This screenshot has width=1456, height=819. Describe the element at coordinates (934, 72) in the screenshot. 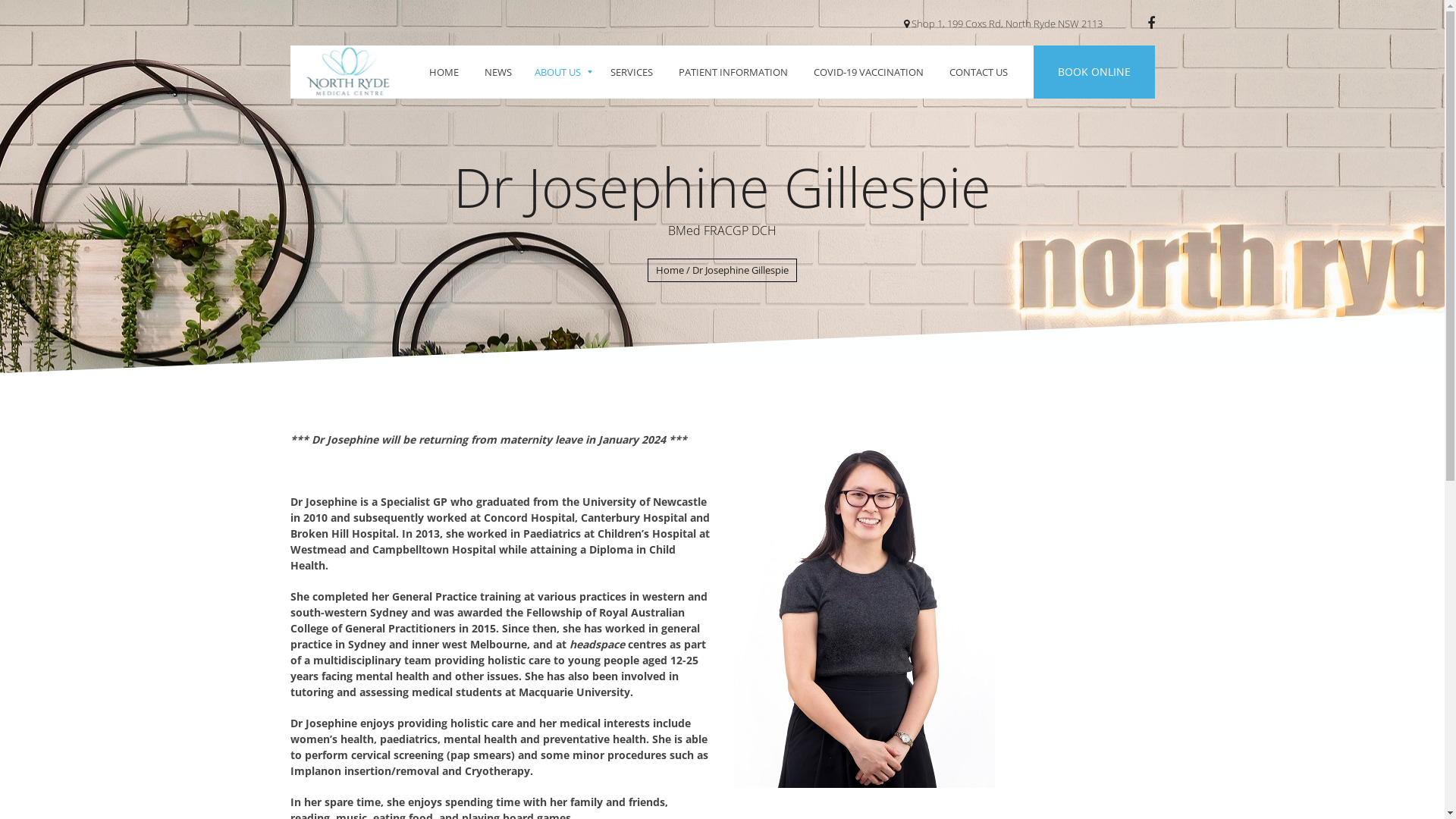

I see `'CONTACT US'` at that location.